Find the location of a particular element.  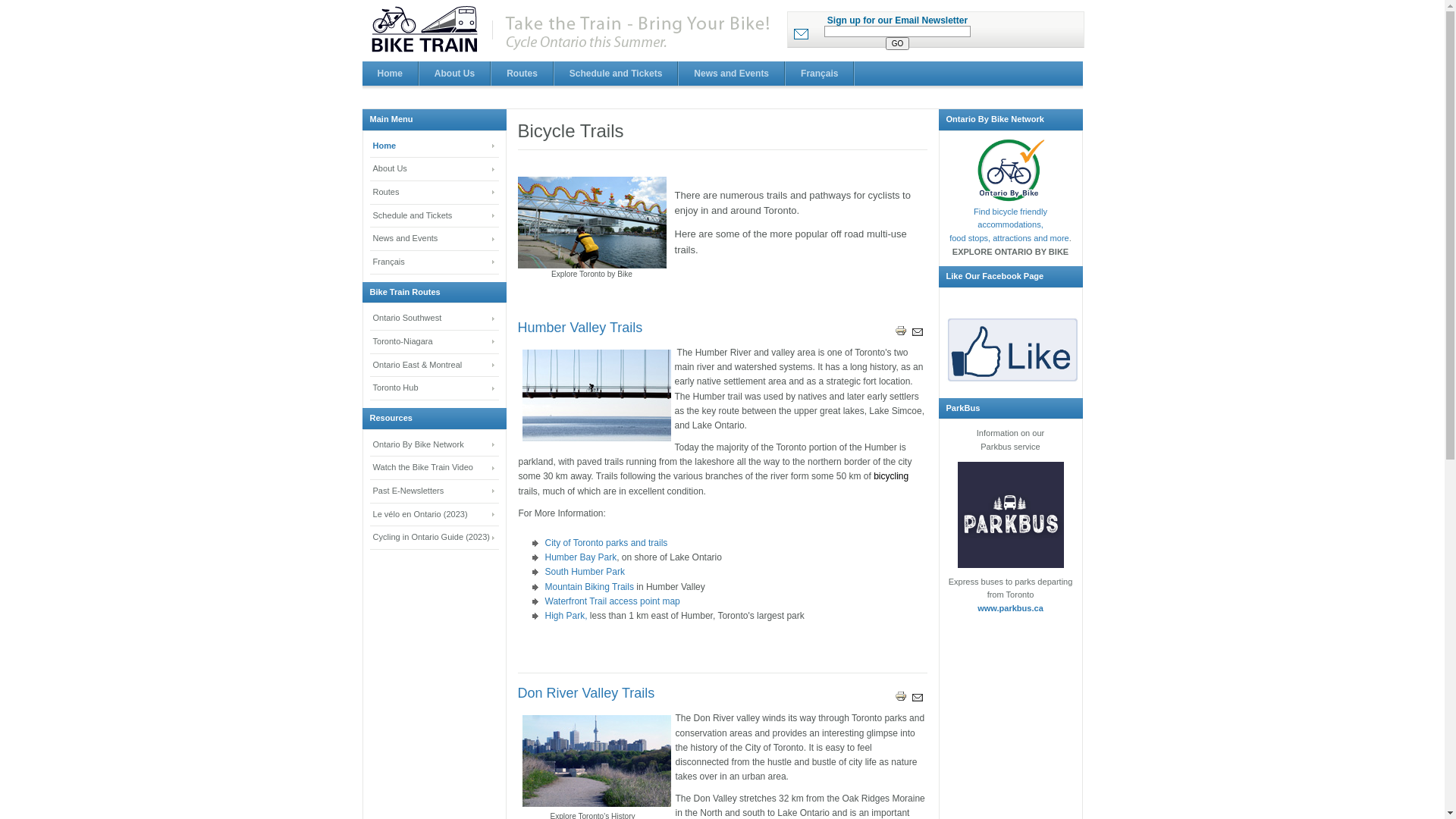

'Ontario Southwest' is located at coordinates (433, 318).